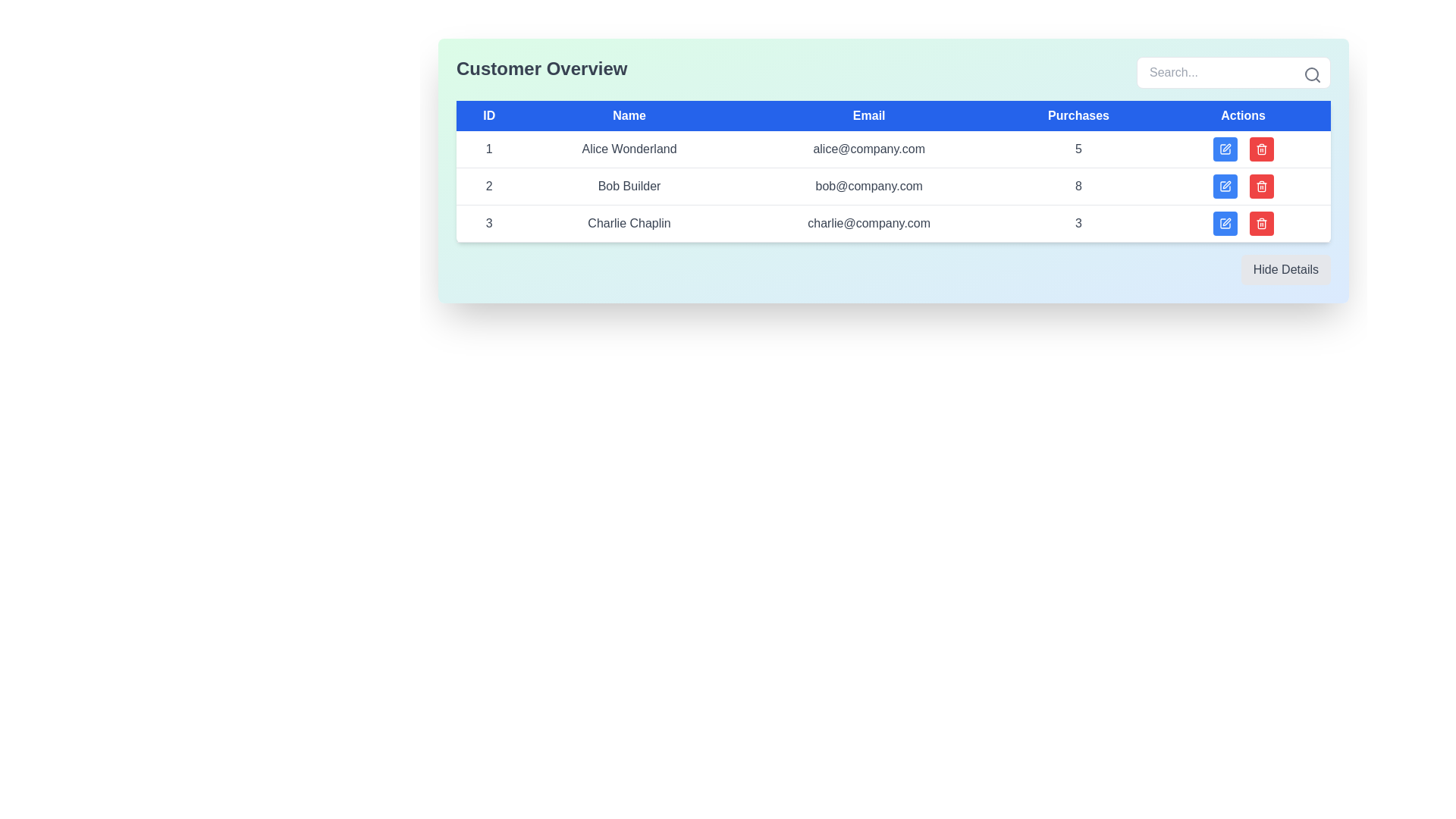  What do you see at coordinates (893, 149) in the screenshot?
I see `the individual cells or action buttons in the first row of the data table that displays '1' under ID, 'Alice Wonderland' under Name, 'alice@company.com' under Email, '5' under Purchases, and action icons under Actions` at bounding box center [893, 149].